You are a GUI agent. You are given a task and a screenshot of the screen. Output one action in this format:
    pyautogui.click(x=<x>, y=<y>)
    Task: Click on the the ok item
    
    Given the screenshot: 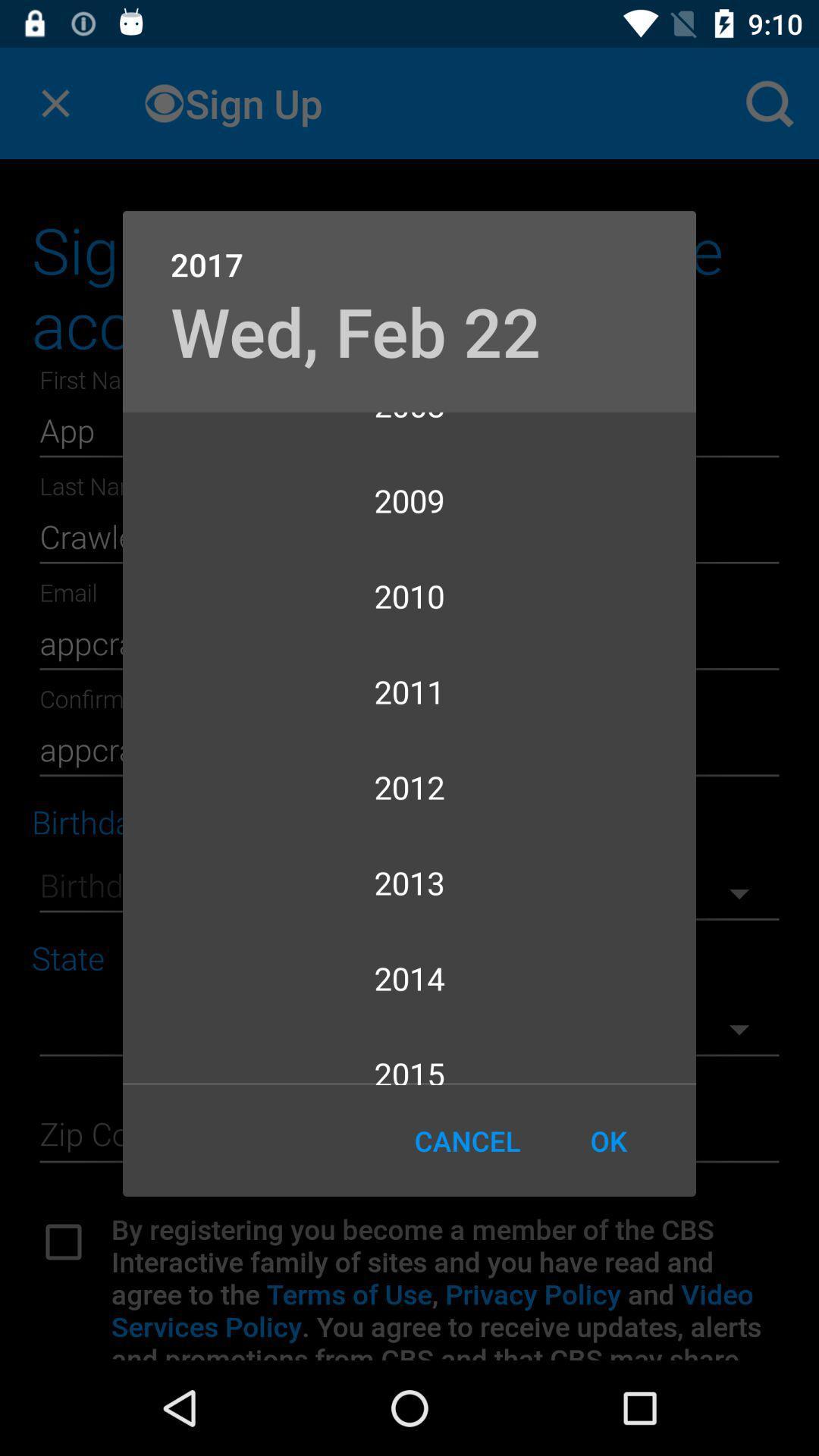 What is the action you would take?
    pyautogui.click(x=607, y=1141)
    